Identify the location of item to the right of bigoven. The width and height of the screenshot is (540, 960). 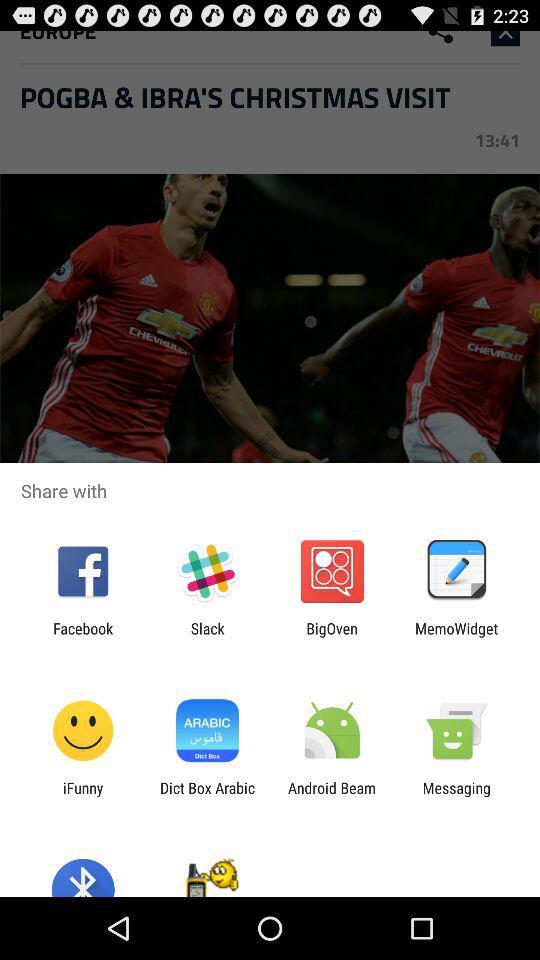
(456, 636).